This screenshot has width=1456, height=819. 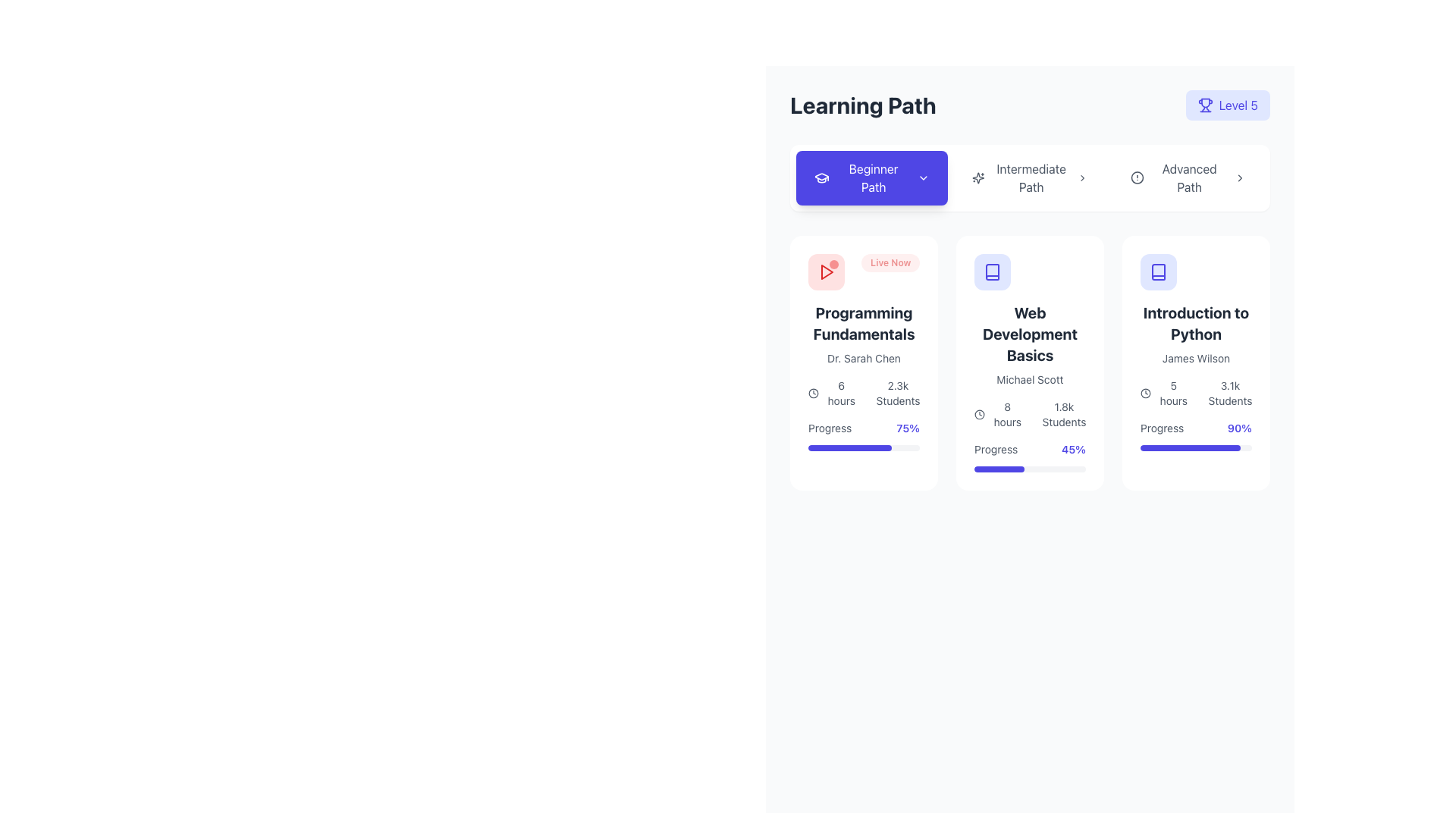 What do you see at coordinates (908, 428) in the screenshot?
I see `the progress completion text located at the bottom-right corner of the 'Programming Fundamentals' card, to the right of the 'Progress' label` at bounding box center [908, 428].